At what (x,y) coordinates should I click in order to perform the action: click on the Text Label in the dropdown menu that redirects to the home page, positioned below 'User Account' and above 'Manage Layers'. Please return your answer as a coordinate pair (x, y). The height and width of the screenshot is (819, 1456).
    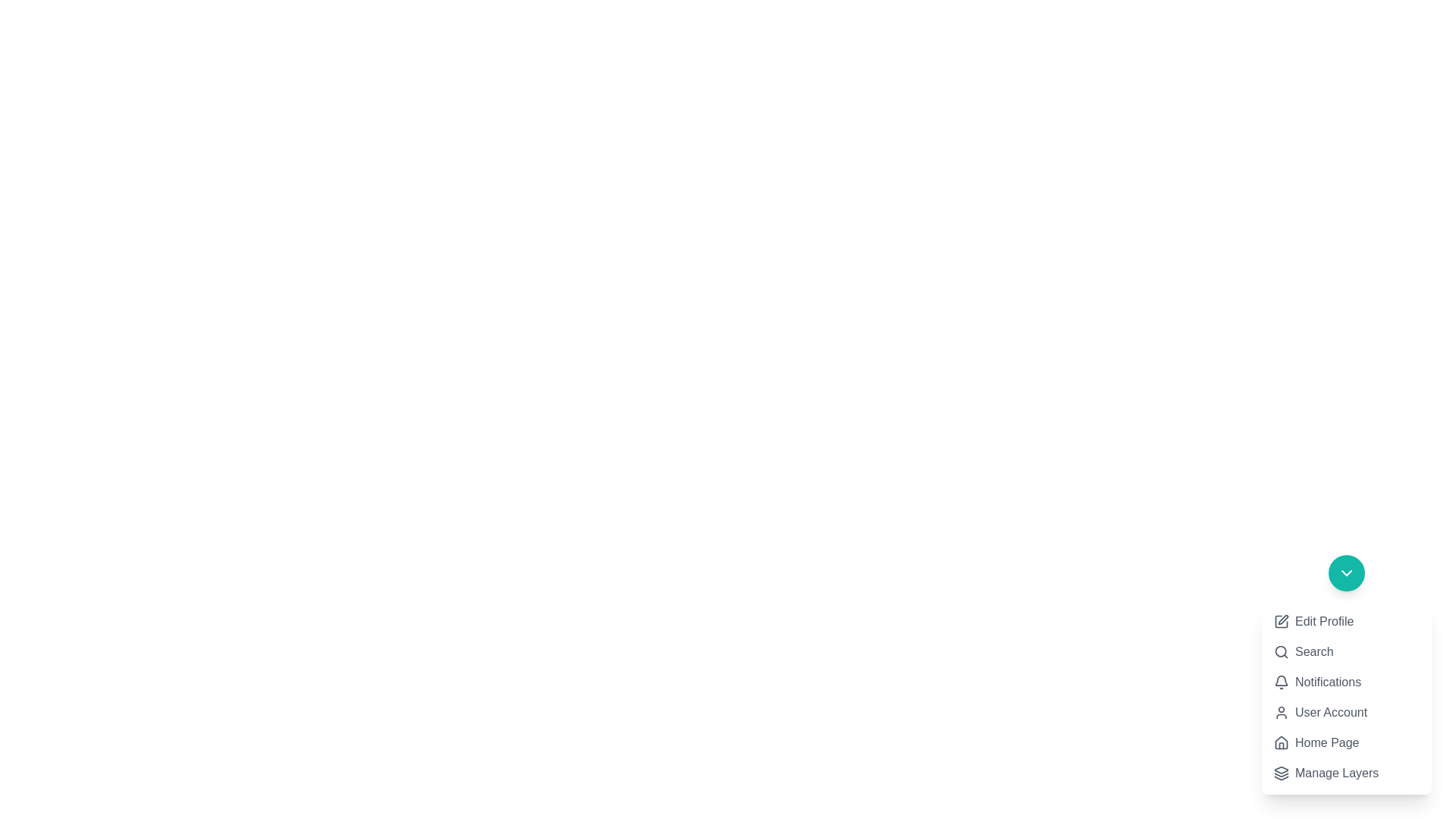
    Looking at the image, I should click on (1326, 742).